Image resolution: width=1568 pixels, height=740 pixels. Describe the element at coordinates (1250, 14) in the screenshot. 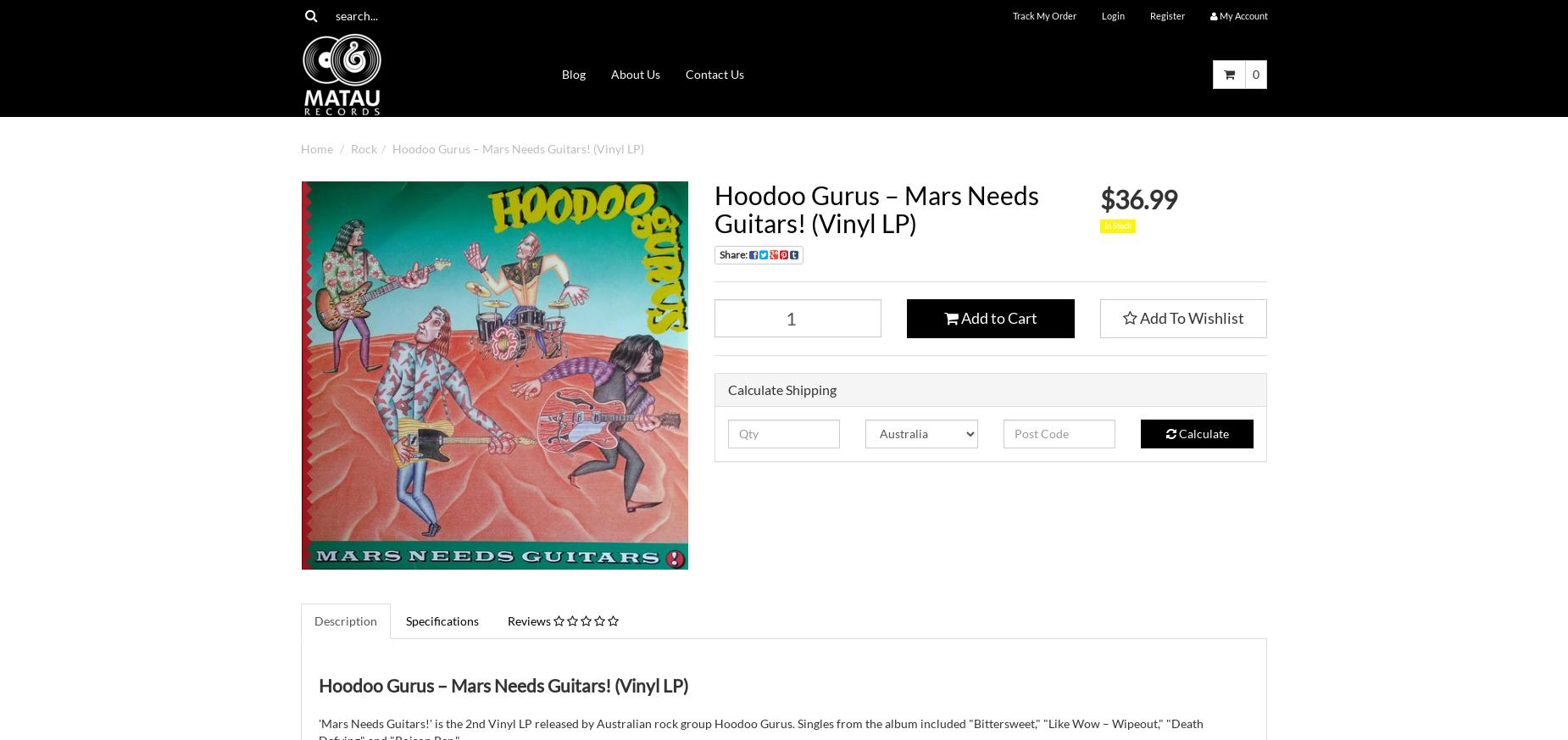

I see `'Account'` at that location.